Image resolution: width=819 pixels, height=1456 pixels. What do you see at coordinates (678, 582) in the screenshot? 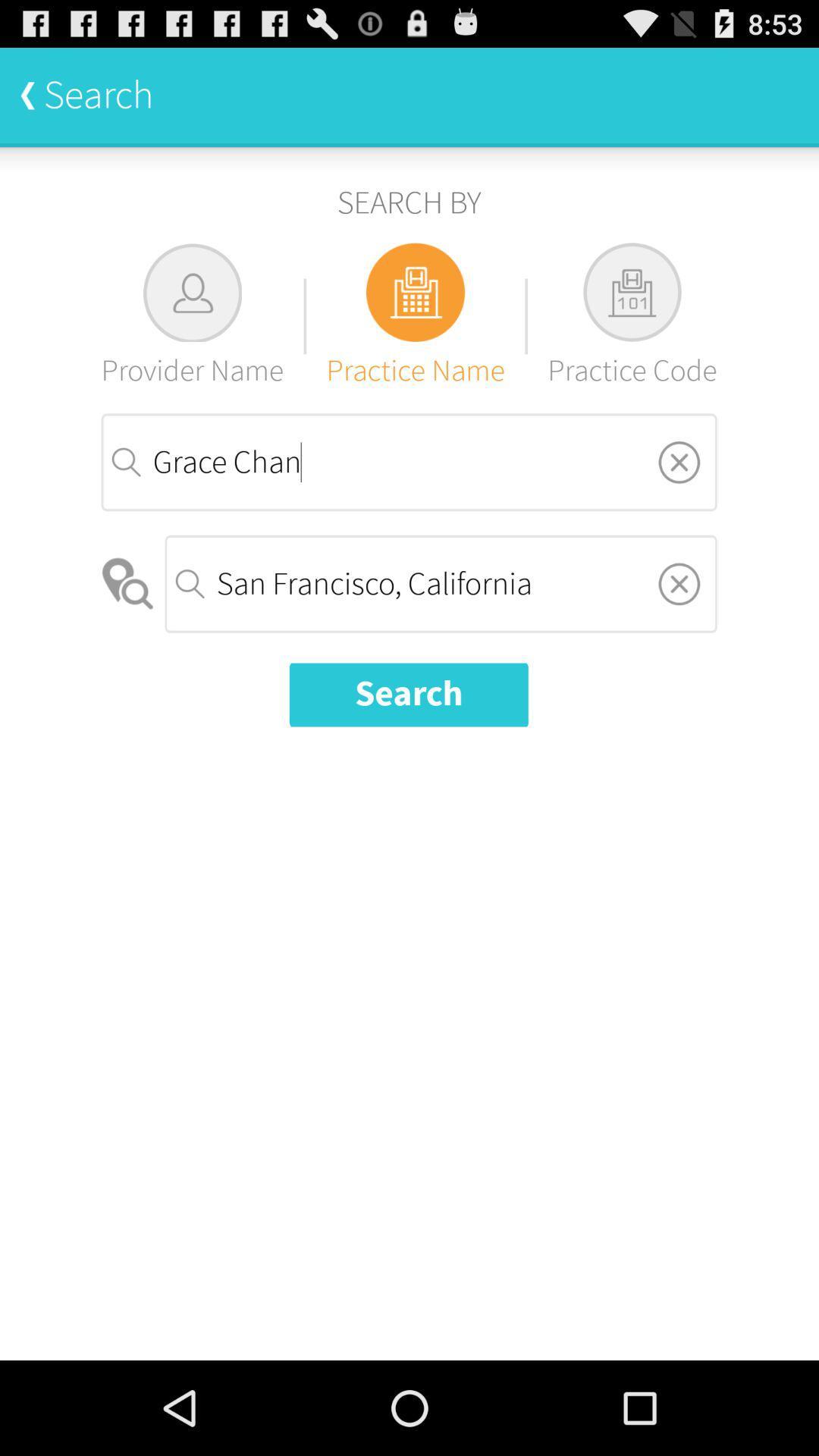
I see `text box` at bounding box center [678, 582].